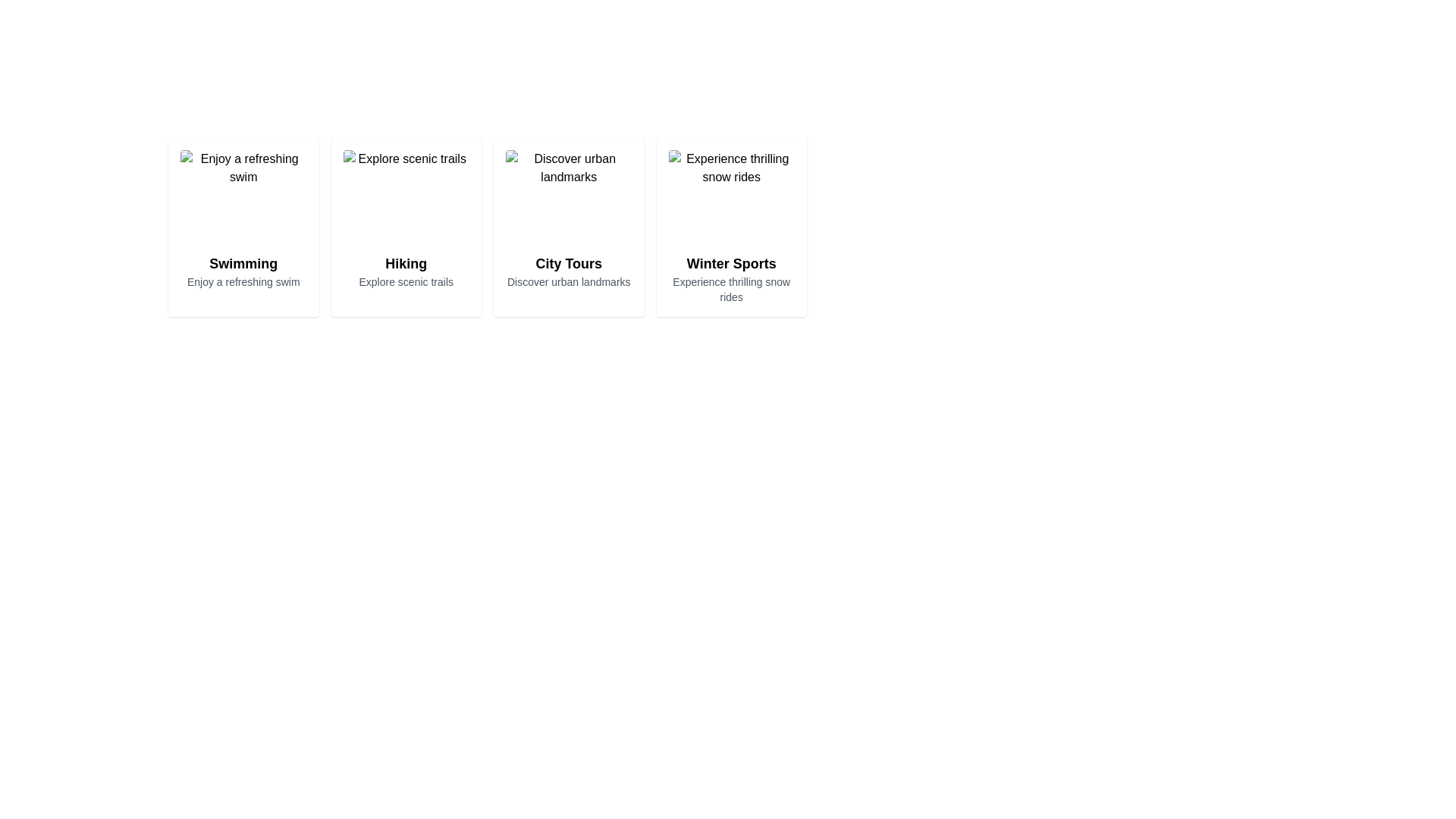 Image resolution: width=1456 pixels, height=819 pixels. Describe the element at coordinates (243, 281) in the screenshot. I see `the text element displaying 'Enjoy a refreshing swim' located beneath the 'Swimming' title to potentially reveal additional UI` at that location.